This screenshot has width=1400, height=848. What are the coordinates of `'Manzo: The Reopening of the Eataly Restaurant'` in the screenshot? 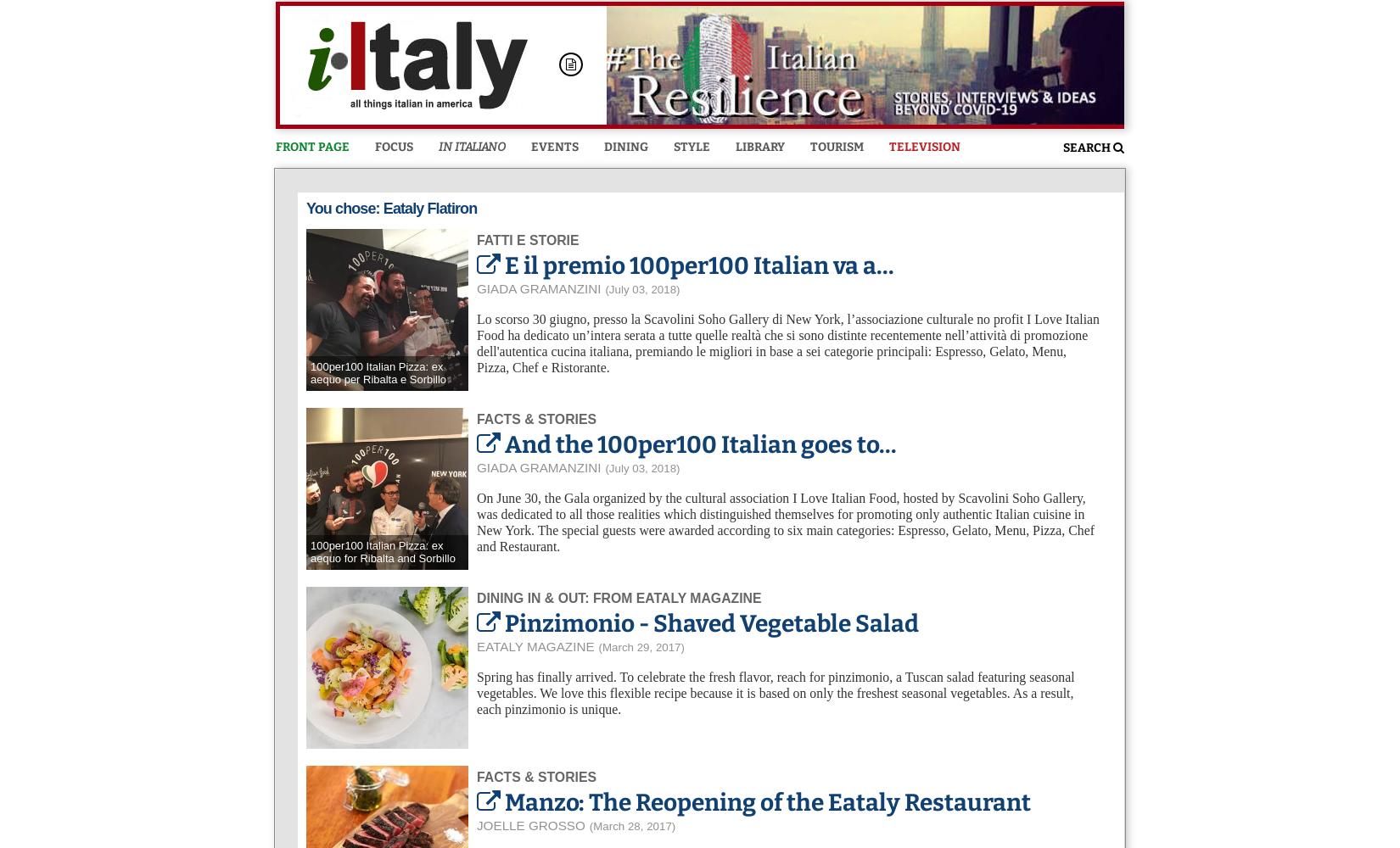 It's located at (503, 801).